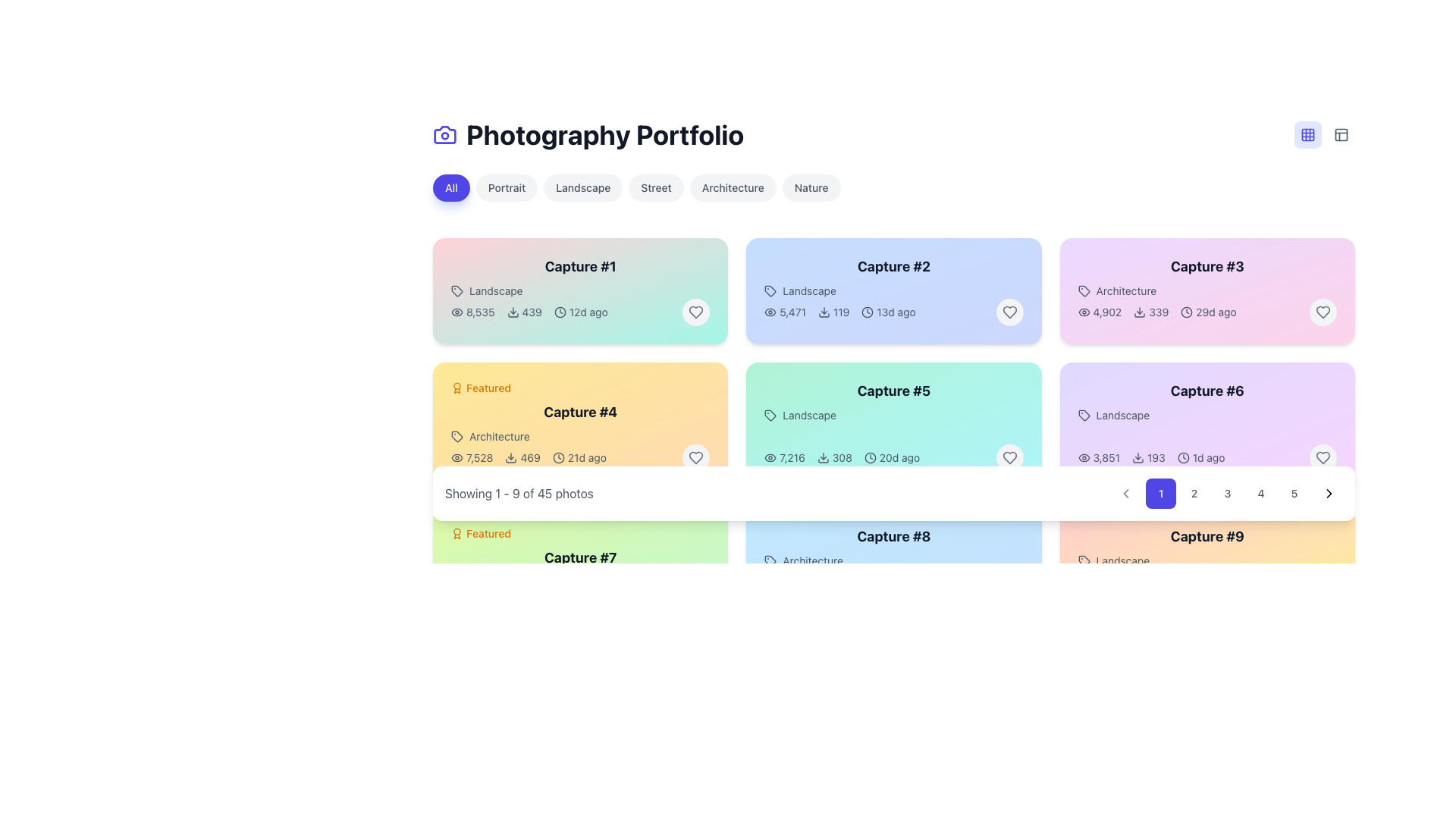 This screenshot has height=819, width=1456. Describe the element at coordinates (868, 312) in the screenshot. I see `the circular graphic that forms the perimeter of the clock icon within the blue card labeled 'Capture #2'` at that location.